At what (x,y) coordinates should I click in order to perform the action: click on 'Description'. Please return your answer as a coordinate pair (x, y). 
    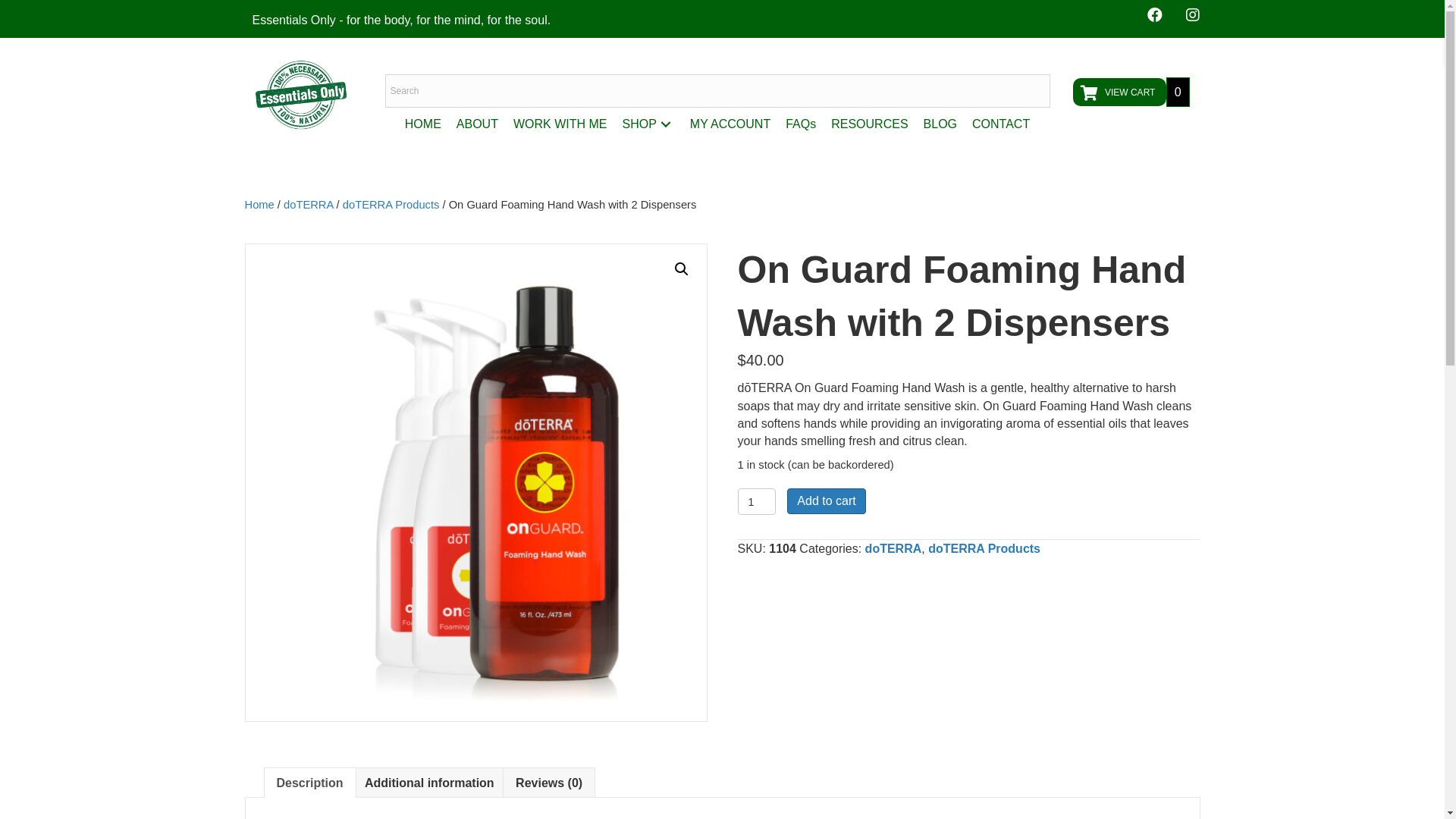
    Looking at the image, I should click on (309, 783).